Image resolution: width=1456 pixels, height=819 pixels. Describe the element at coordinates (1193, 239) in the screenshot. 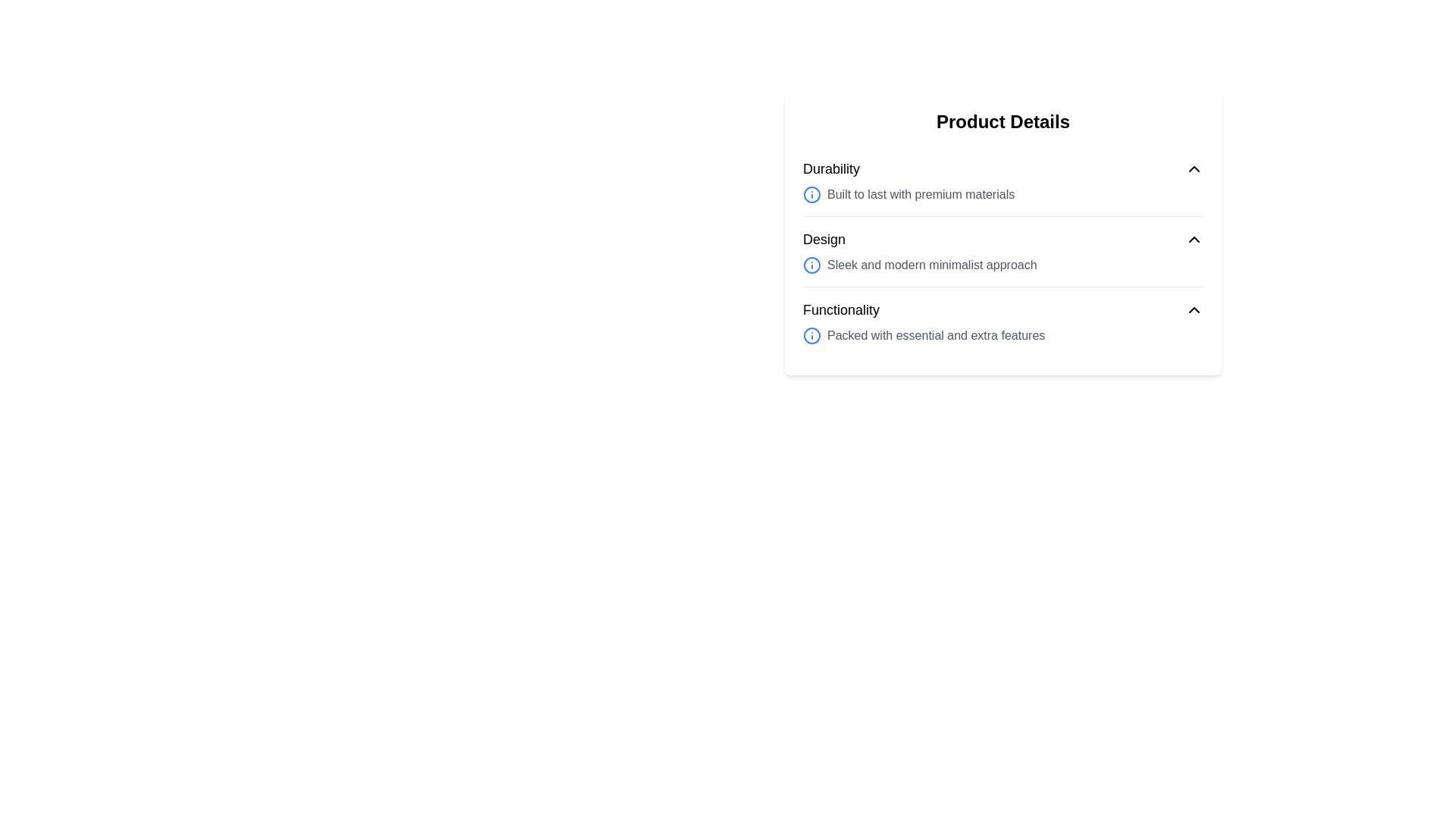

I see `the collapsible icon located to the right of the 'Design' header text in the 'Product Details' panel` at that location.